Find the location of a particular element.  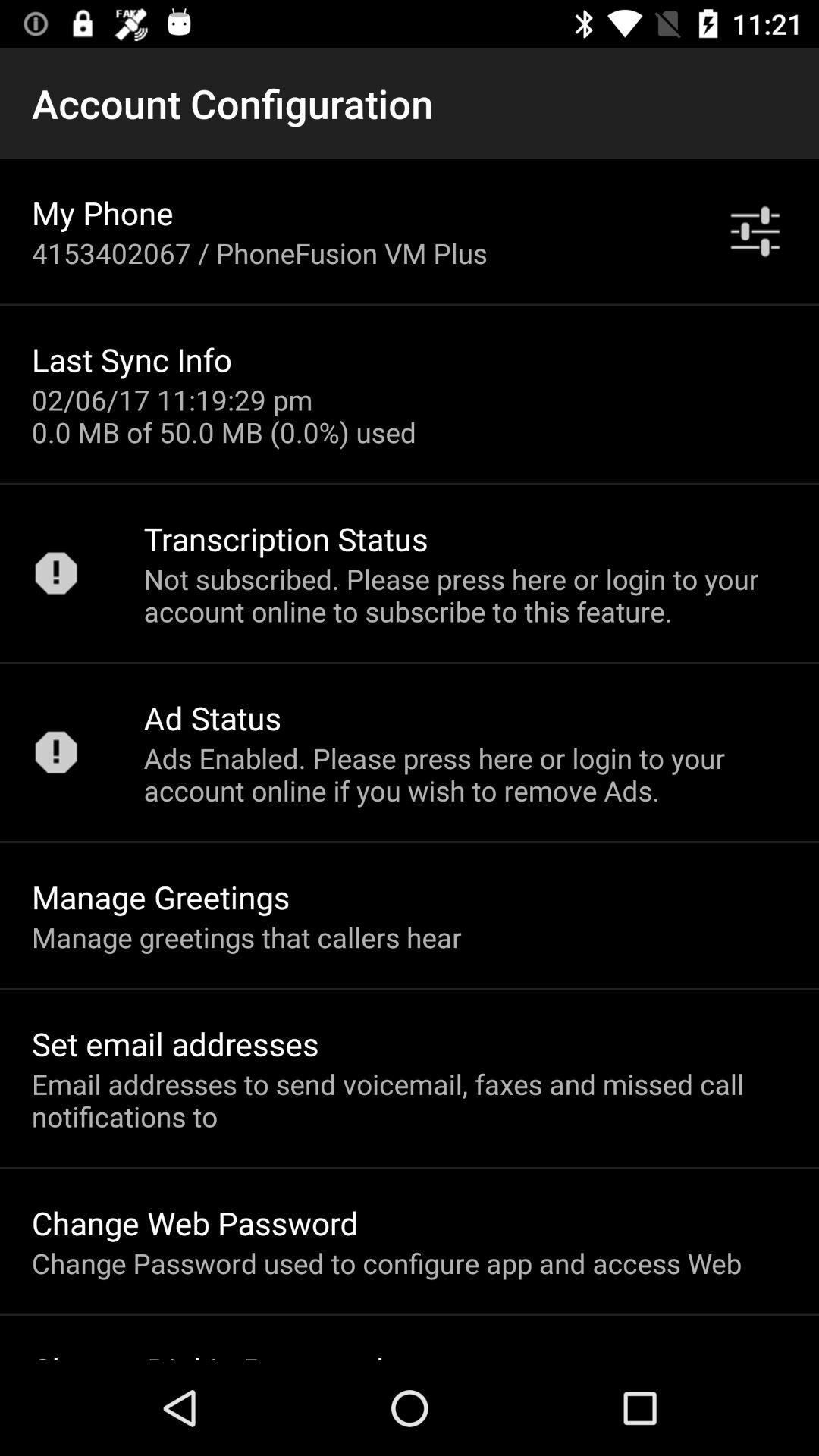

4153402067 phonefusion vm item is located at coordinates (259, 253).